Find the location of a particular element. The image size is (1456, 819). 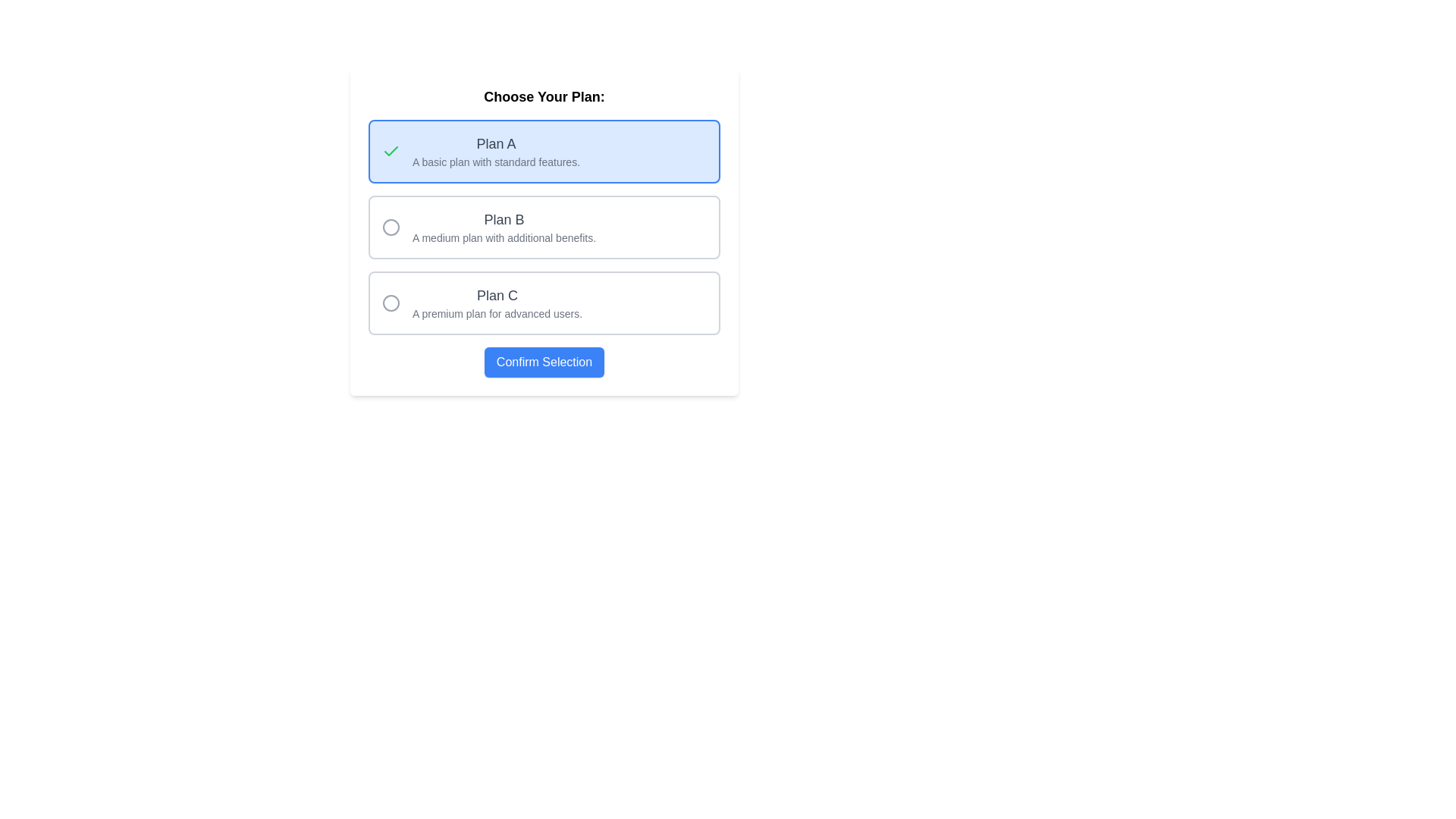

the visual indicator that signifies the 'Plan A' option is selected in the interface, located to the left of the text describing this plan is located at coordinates (391, 152).